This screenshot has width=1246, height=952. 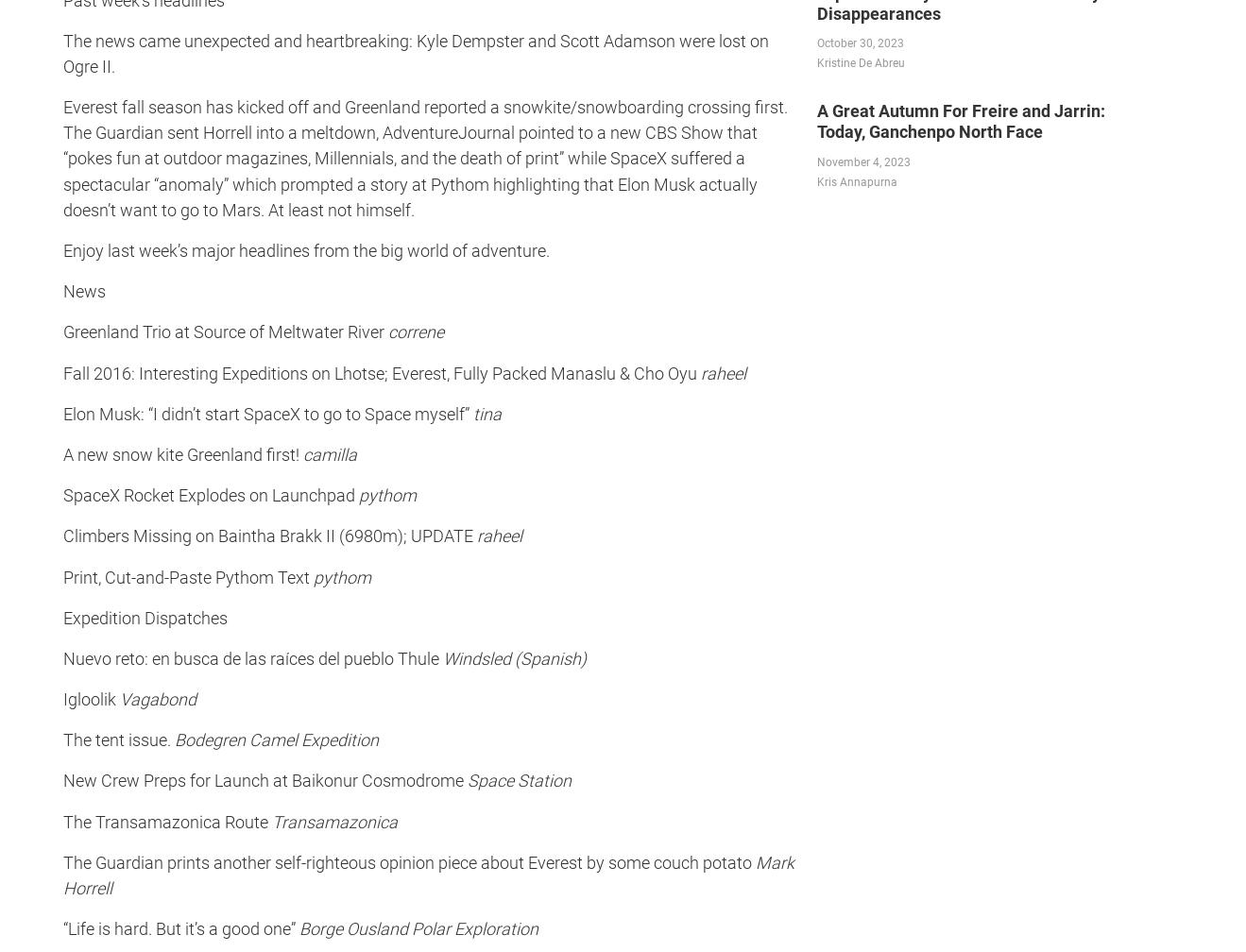 I want to click on 'Watch Whale Slam Wingfoiler in Scary Moment', so click(x=182, y=574).